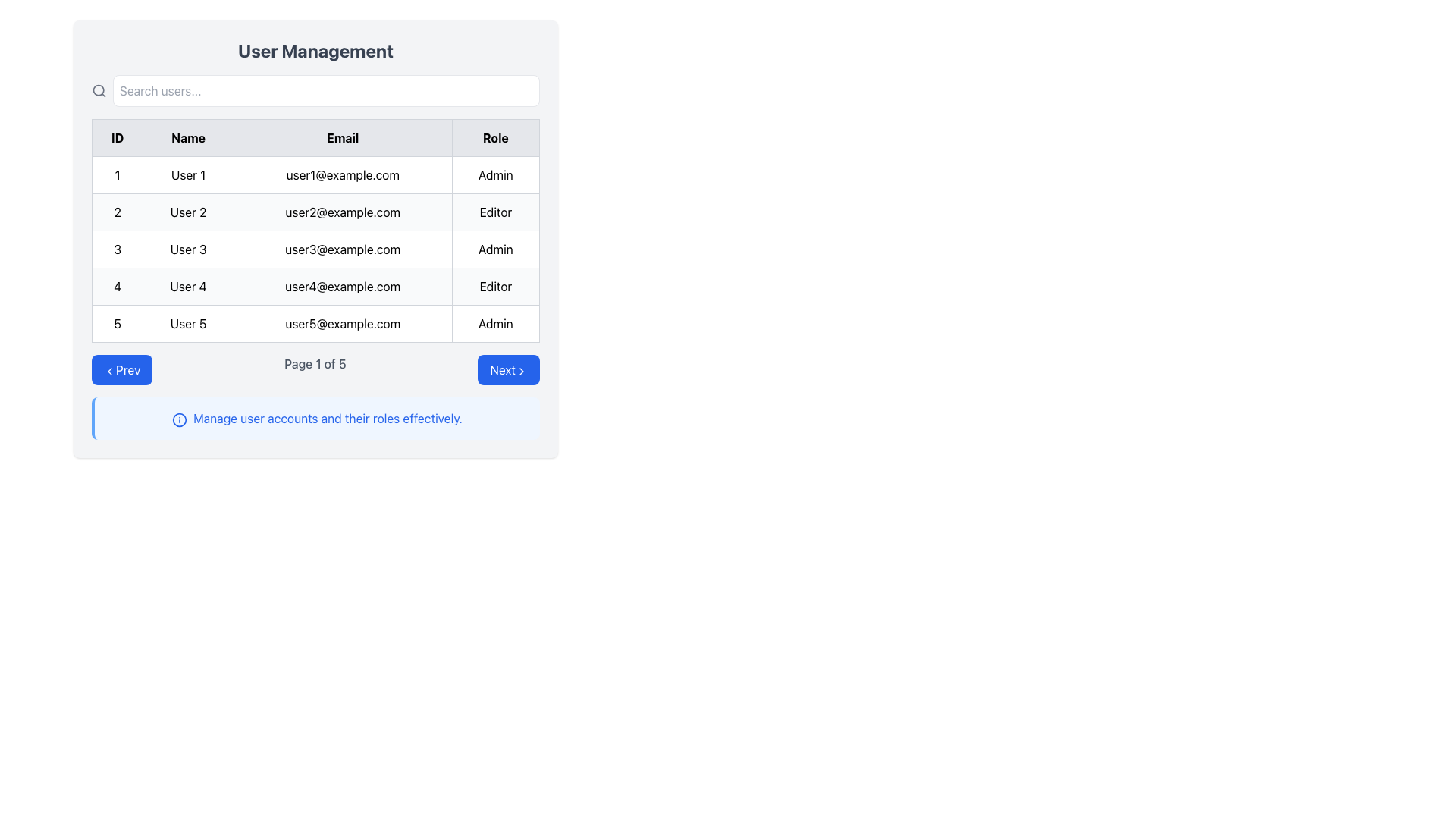 The width and height of the screenshot is (1456, 819). I want to click on the Table Cell displaying the user's name, which is the second cell in the fifth row of the table, located in the 'Name' column, so click(187, 323).